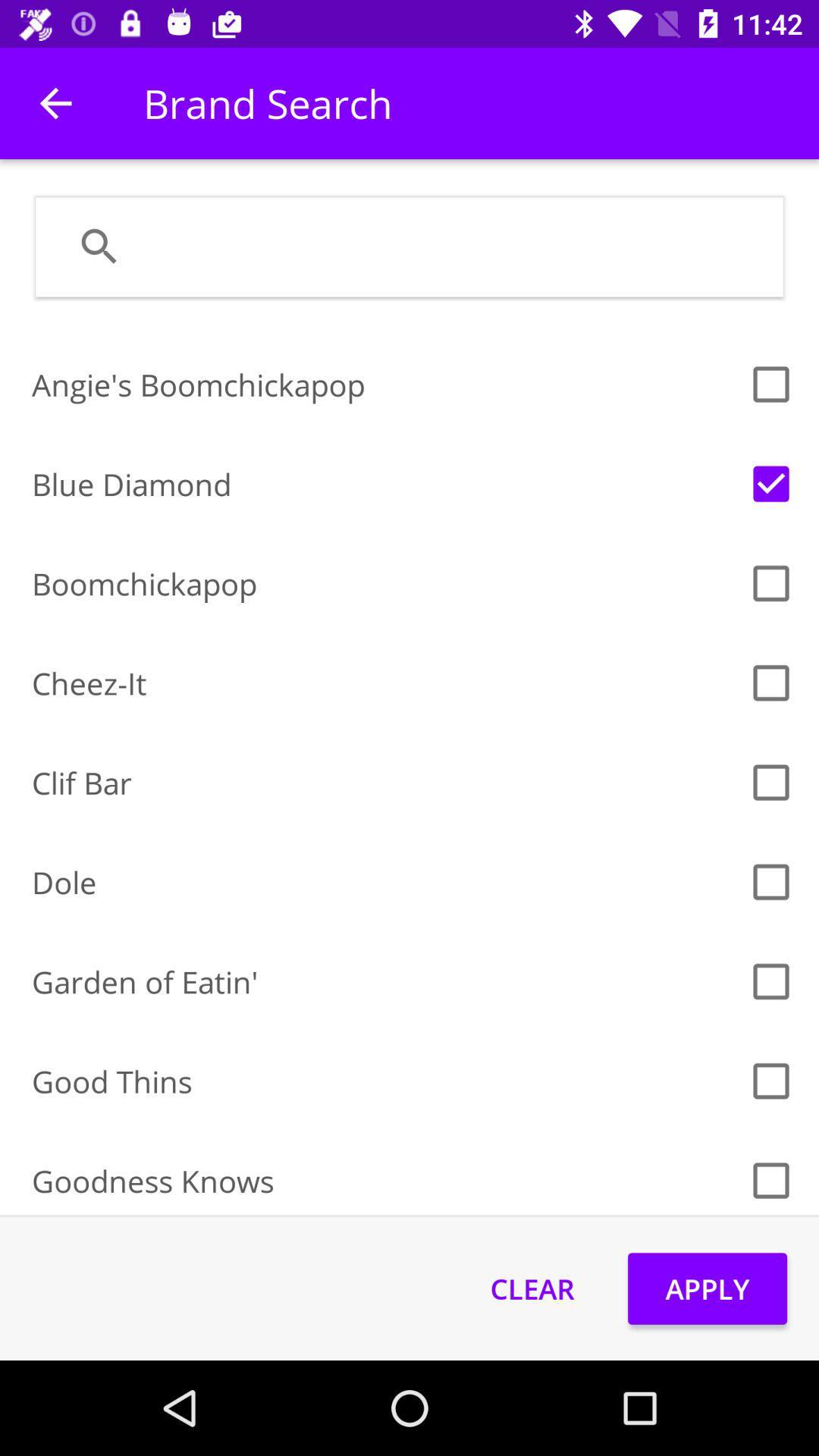  I want to click on item next to brand search, so click(55, 102).